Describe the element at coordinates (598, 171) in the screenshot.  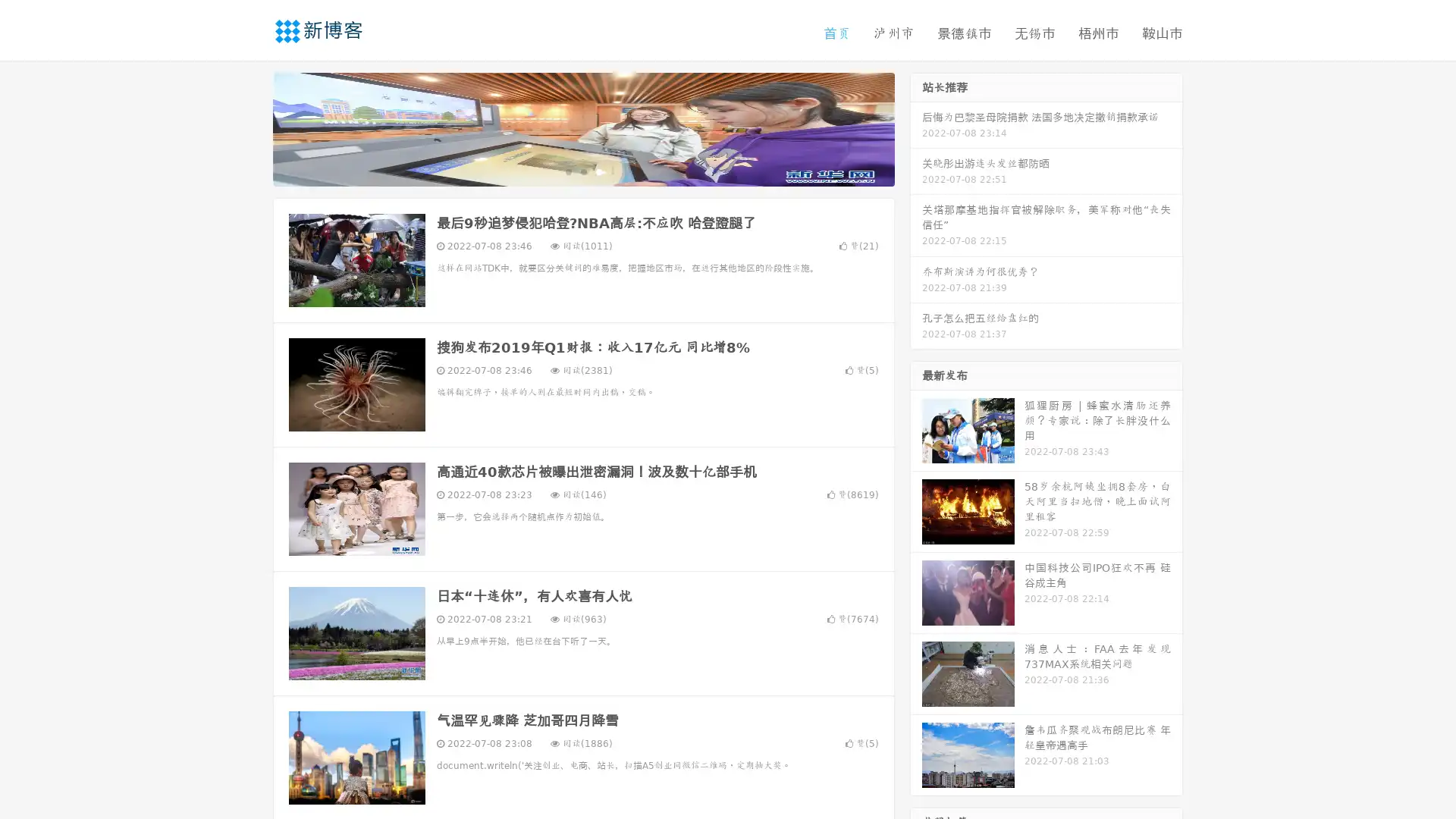
I see `Go to slide 3` at that location.